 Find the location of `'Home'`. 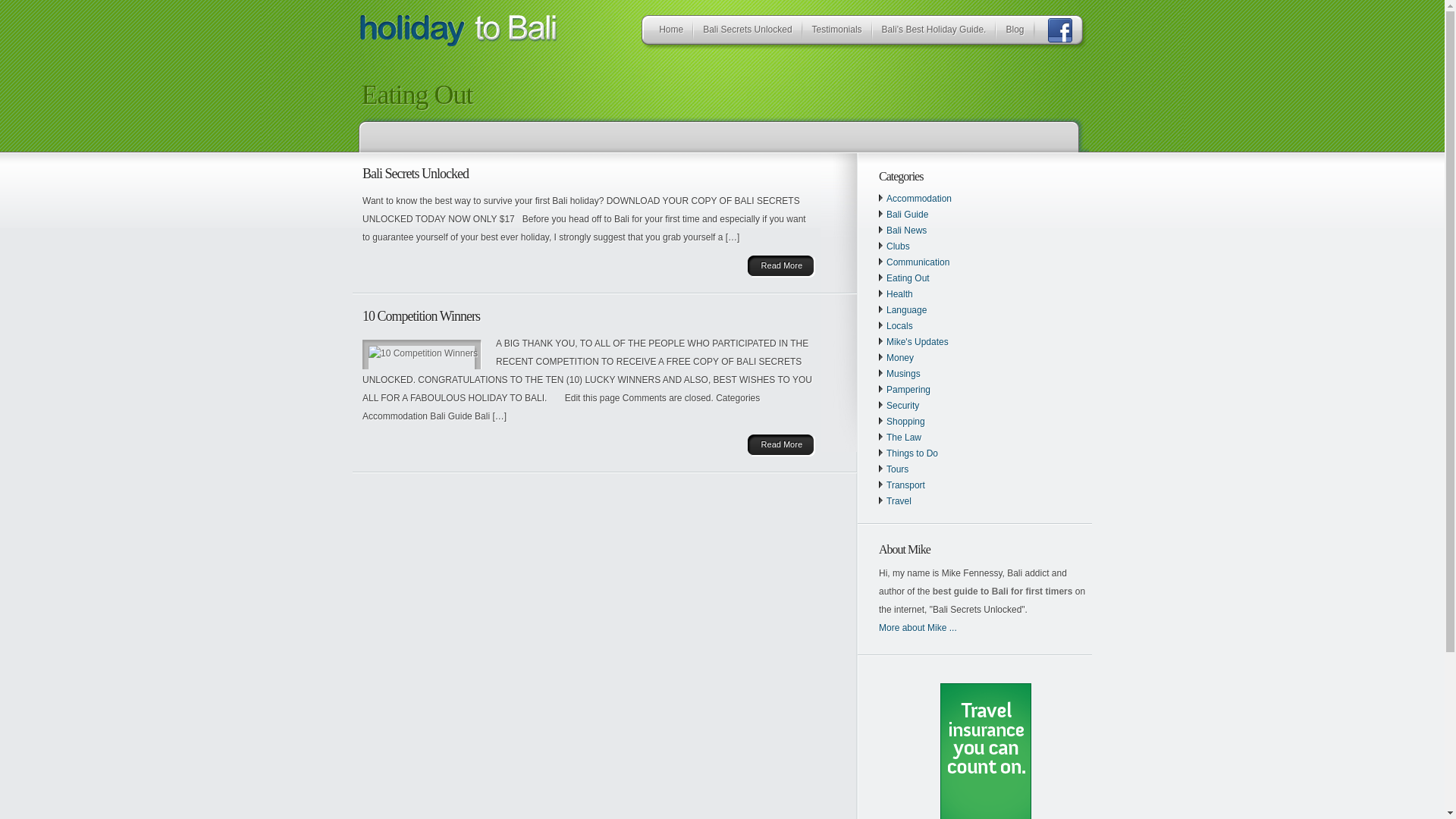

'Home' is located at coordinates (670, 32).